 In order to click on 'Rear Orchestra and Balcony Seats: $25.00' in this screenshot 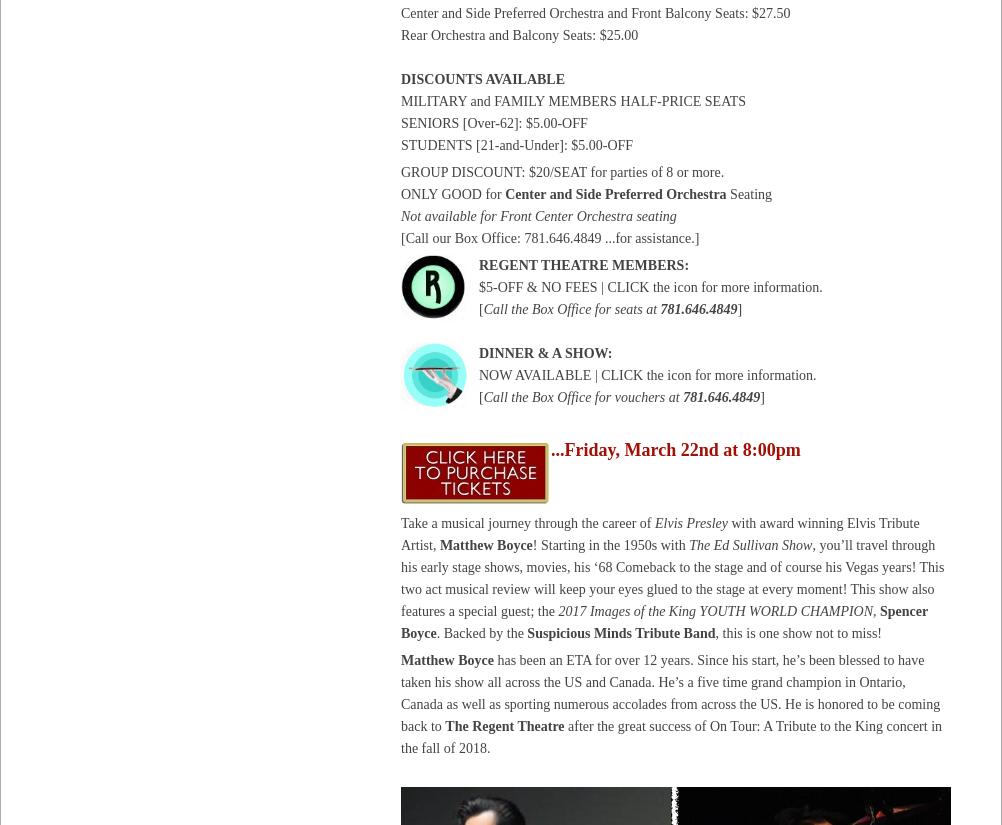, I will do `click(519, 35)`.